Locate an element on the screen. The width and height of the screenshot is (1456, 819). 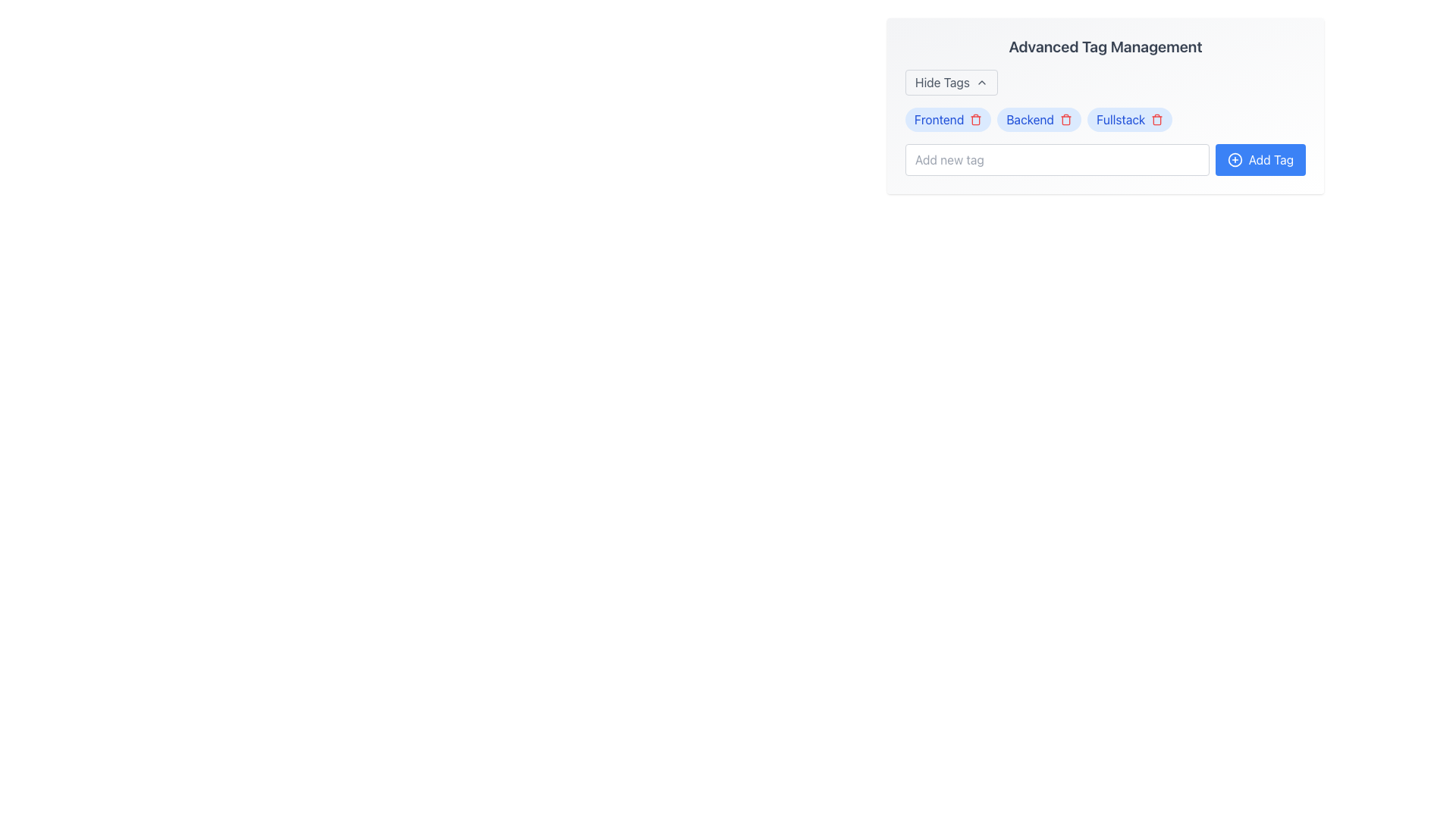
the button that adds a new tag, located to the right of the 'Add new tag' input field, to observe the styling change is located at coordinates (1260, 160).